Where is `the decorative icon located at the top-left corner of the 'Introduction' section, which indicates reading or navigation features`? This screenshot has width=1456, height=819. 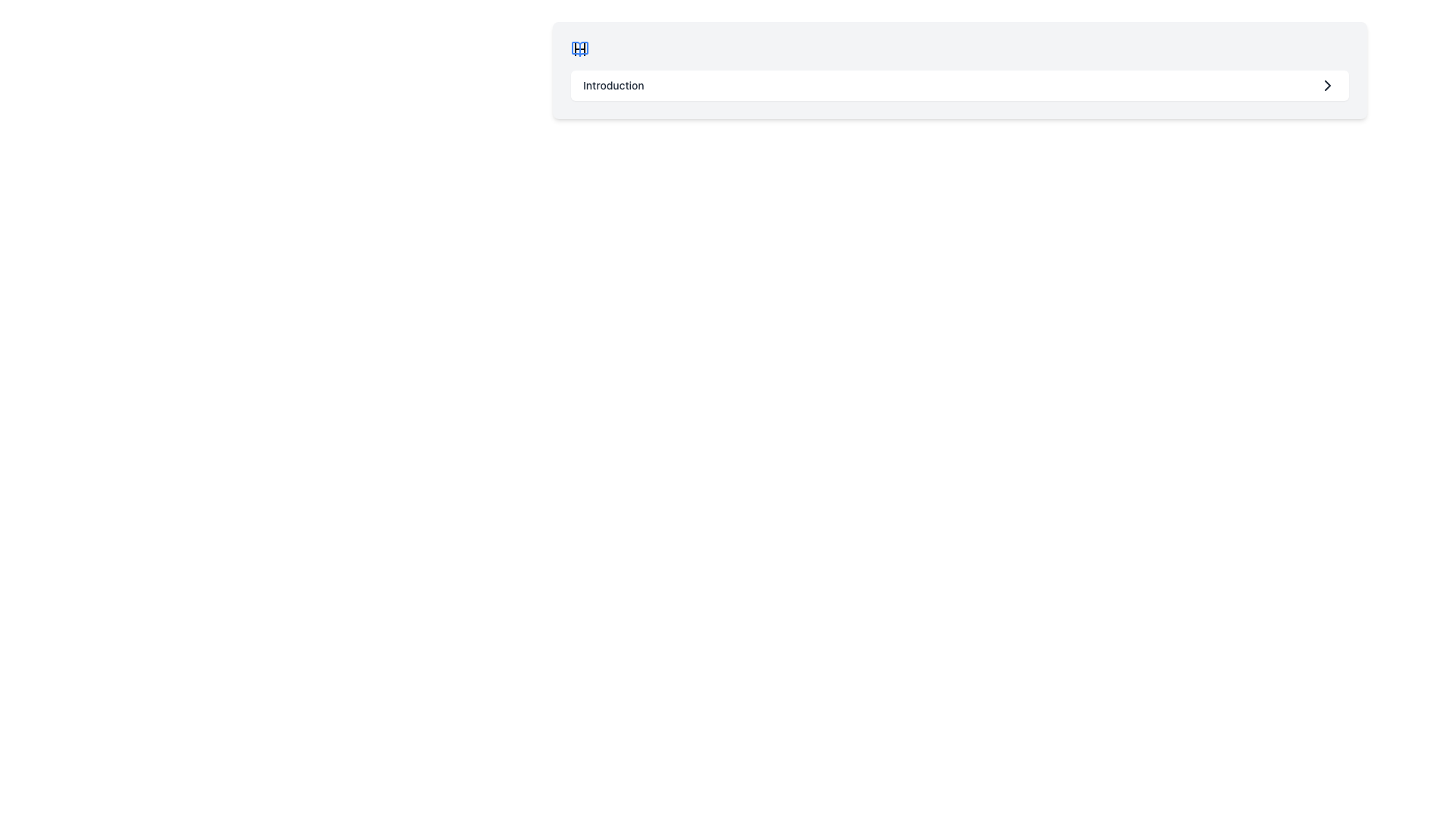
the decorative icon located at the top-left corner of the 'Introduction' section, which indicates reading or navigation features is located at coordinates (579, 49).